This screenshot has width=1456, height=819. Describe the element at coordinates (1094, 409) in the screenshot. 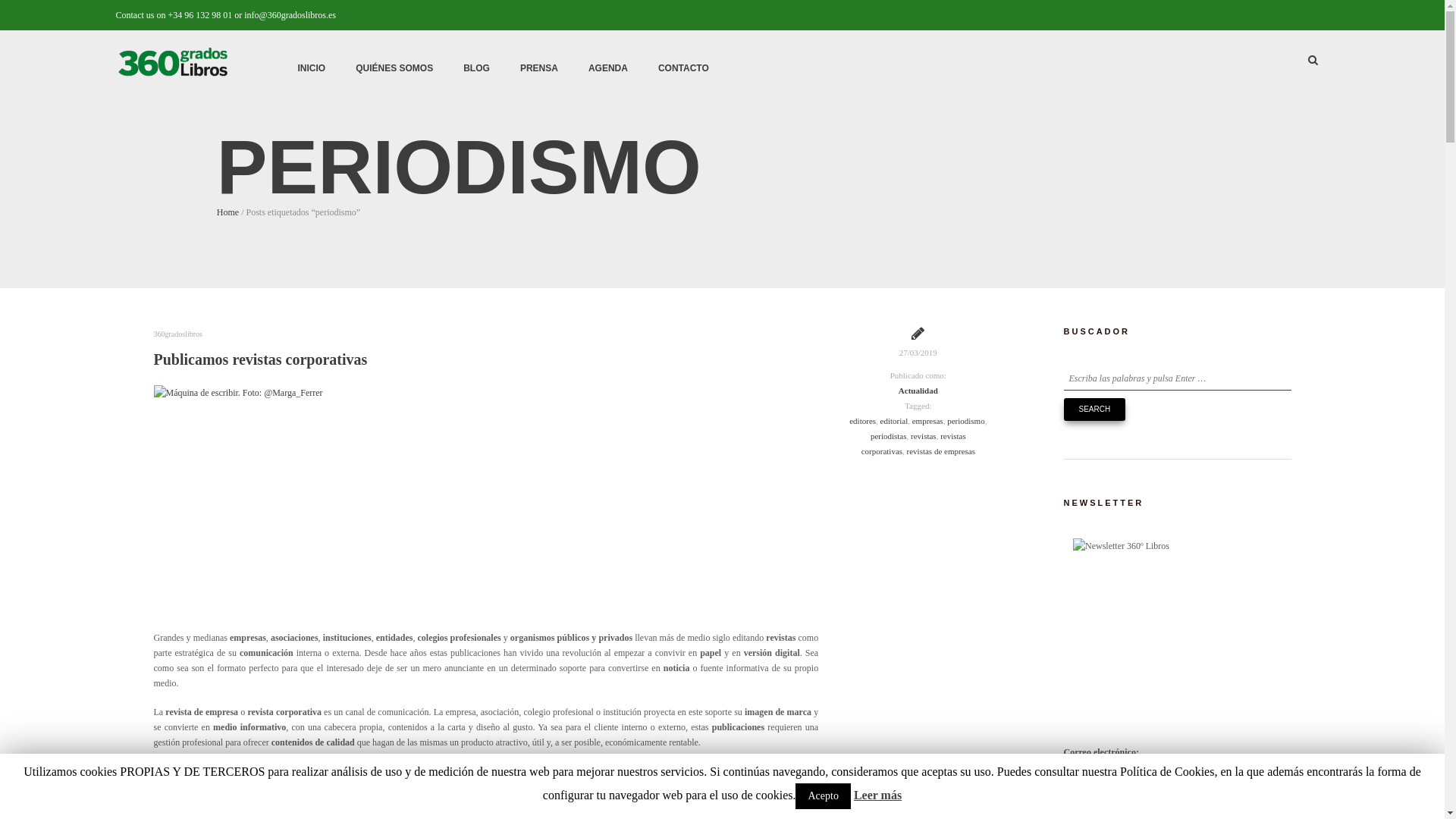

I see `'Search'` at that location.